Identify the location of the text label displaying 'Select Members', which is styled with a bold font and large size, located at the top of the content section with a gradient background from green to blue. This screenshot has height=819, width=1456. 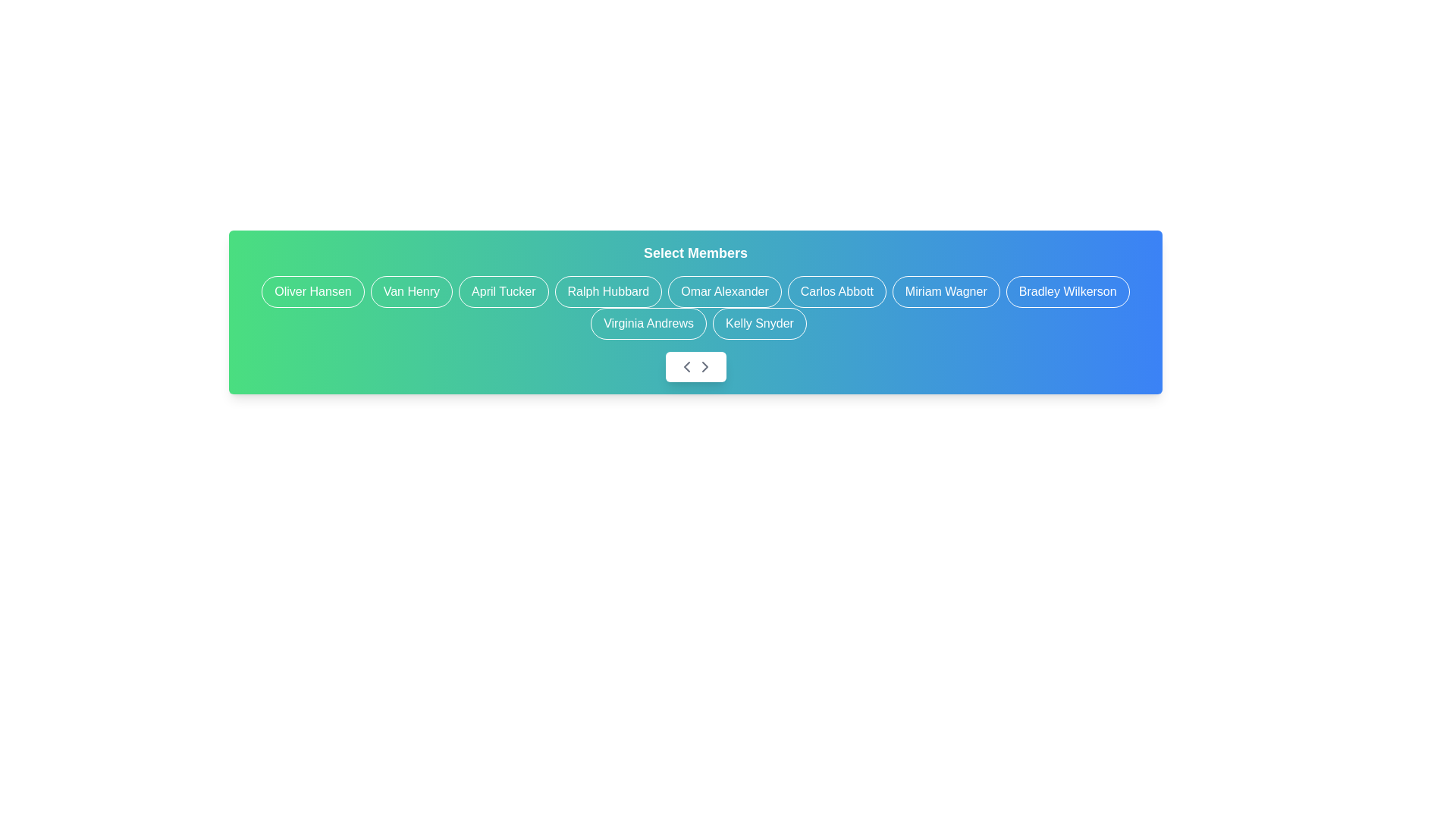
(695, 253).